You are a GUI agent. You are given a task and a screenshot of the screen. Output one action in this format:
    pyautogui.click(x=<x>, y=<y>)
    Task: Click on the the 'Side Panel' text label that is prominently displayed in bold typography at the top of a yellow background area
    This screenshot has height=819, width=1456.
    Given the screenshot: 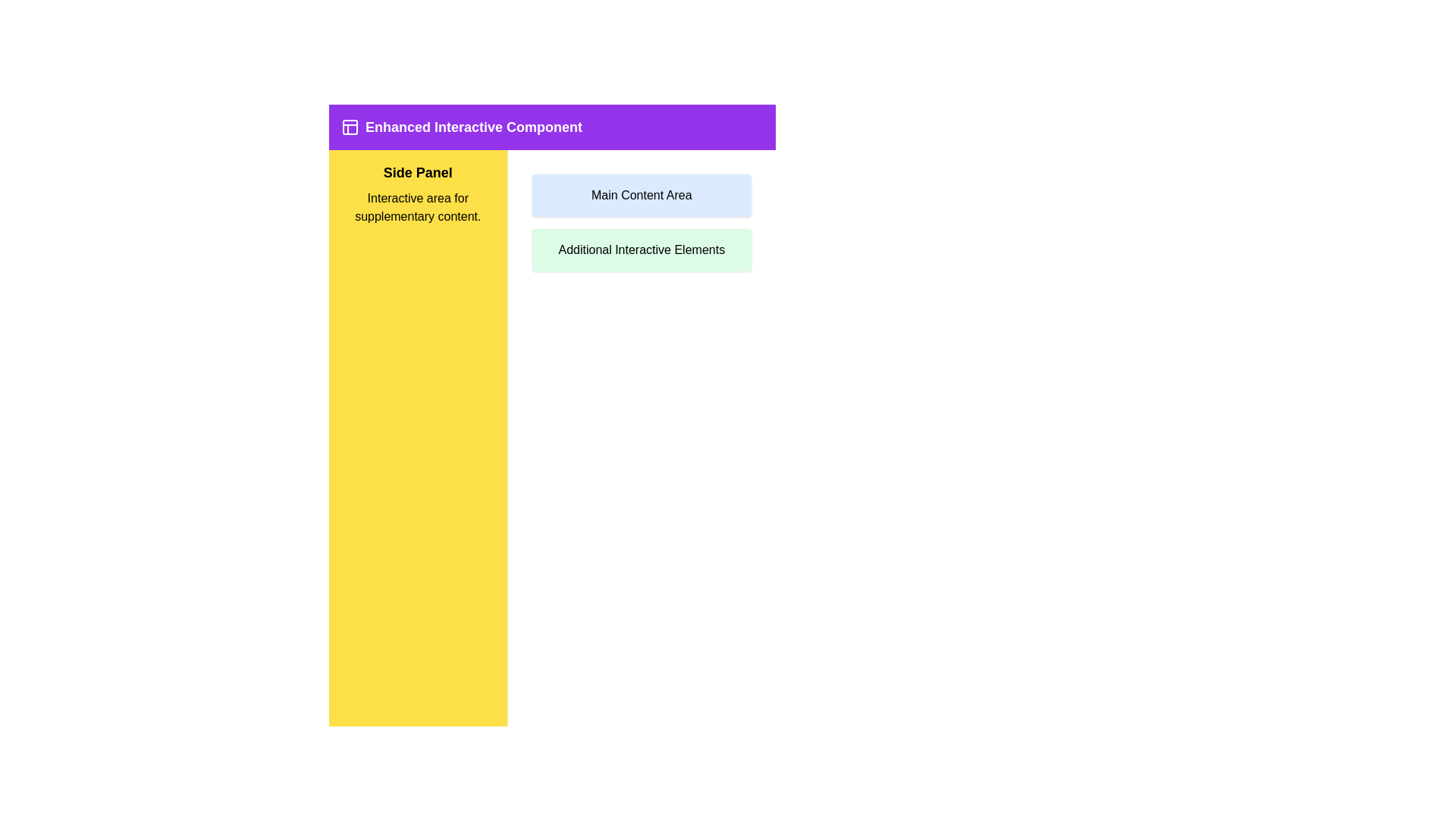 What is the action you would take?
    pyautogui.click(x=418, y=171)
    